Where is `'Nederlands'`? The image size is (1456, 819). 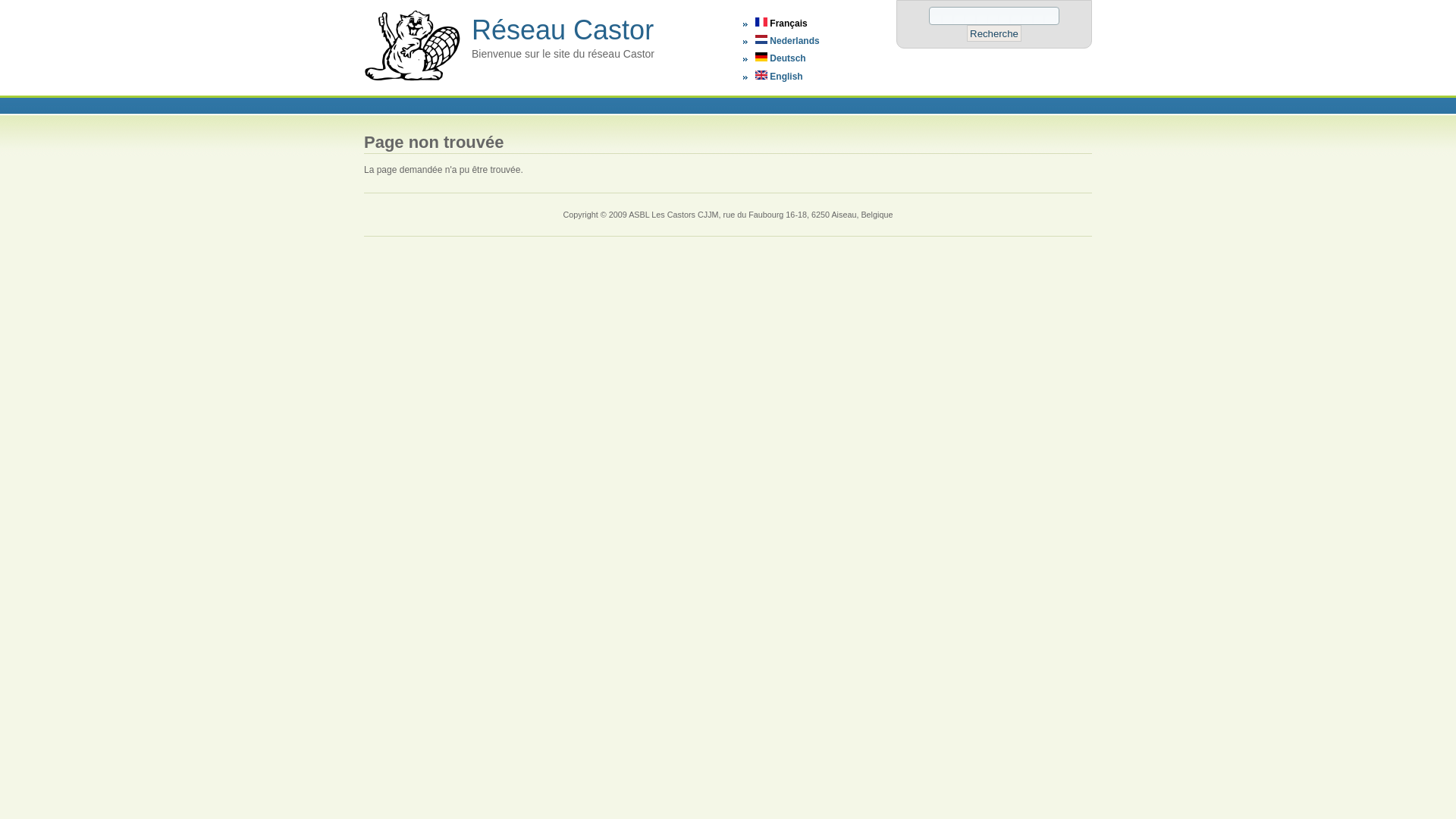
'Nederlands' is located at coordinates (755, 38).